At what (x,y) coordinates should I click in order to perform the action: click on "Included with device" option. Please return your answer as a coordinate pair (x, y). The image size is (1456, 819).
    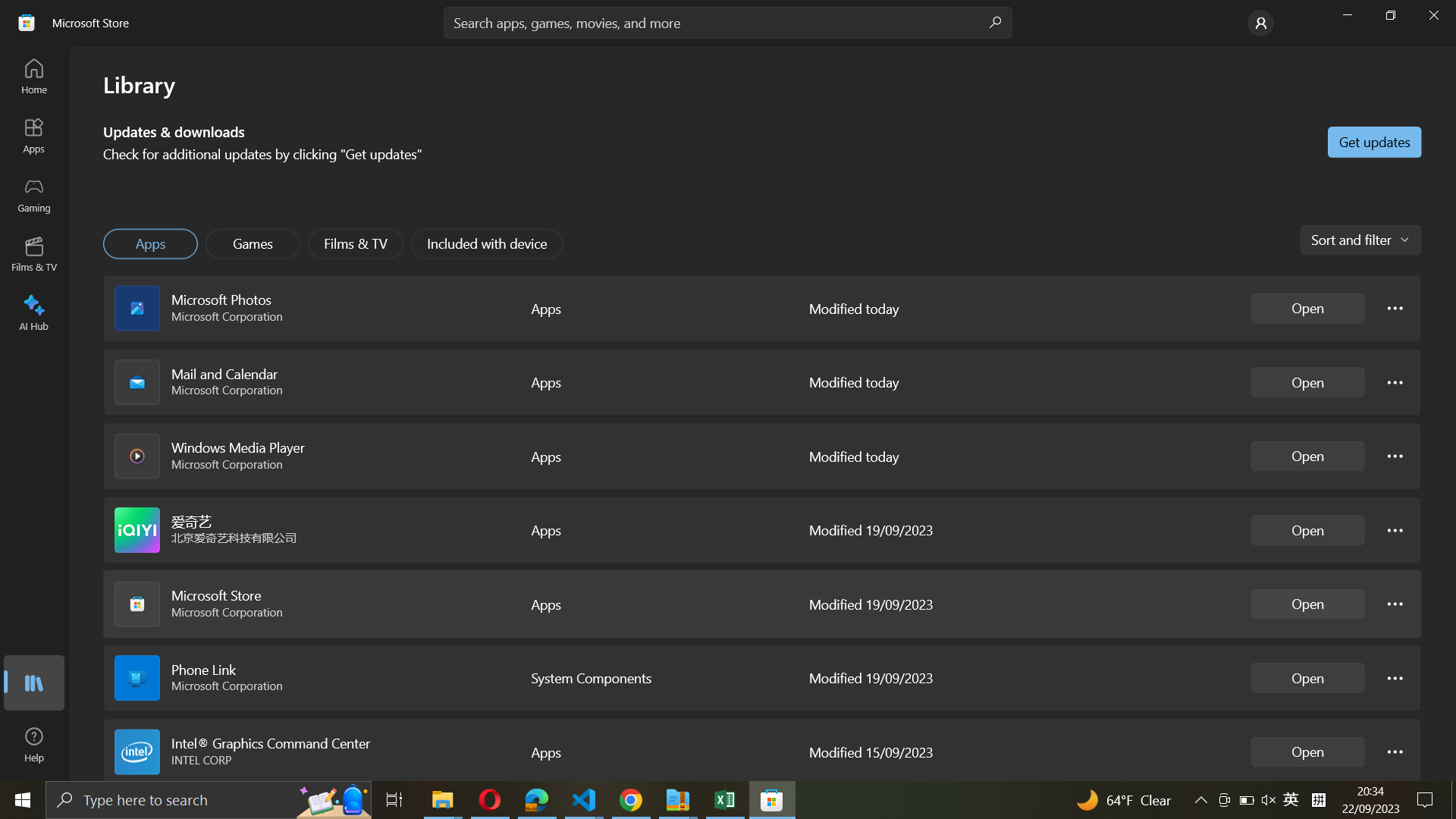
    Looking at the image, I should click on (488, 242).